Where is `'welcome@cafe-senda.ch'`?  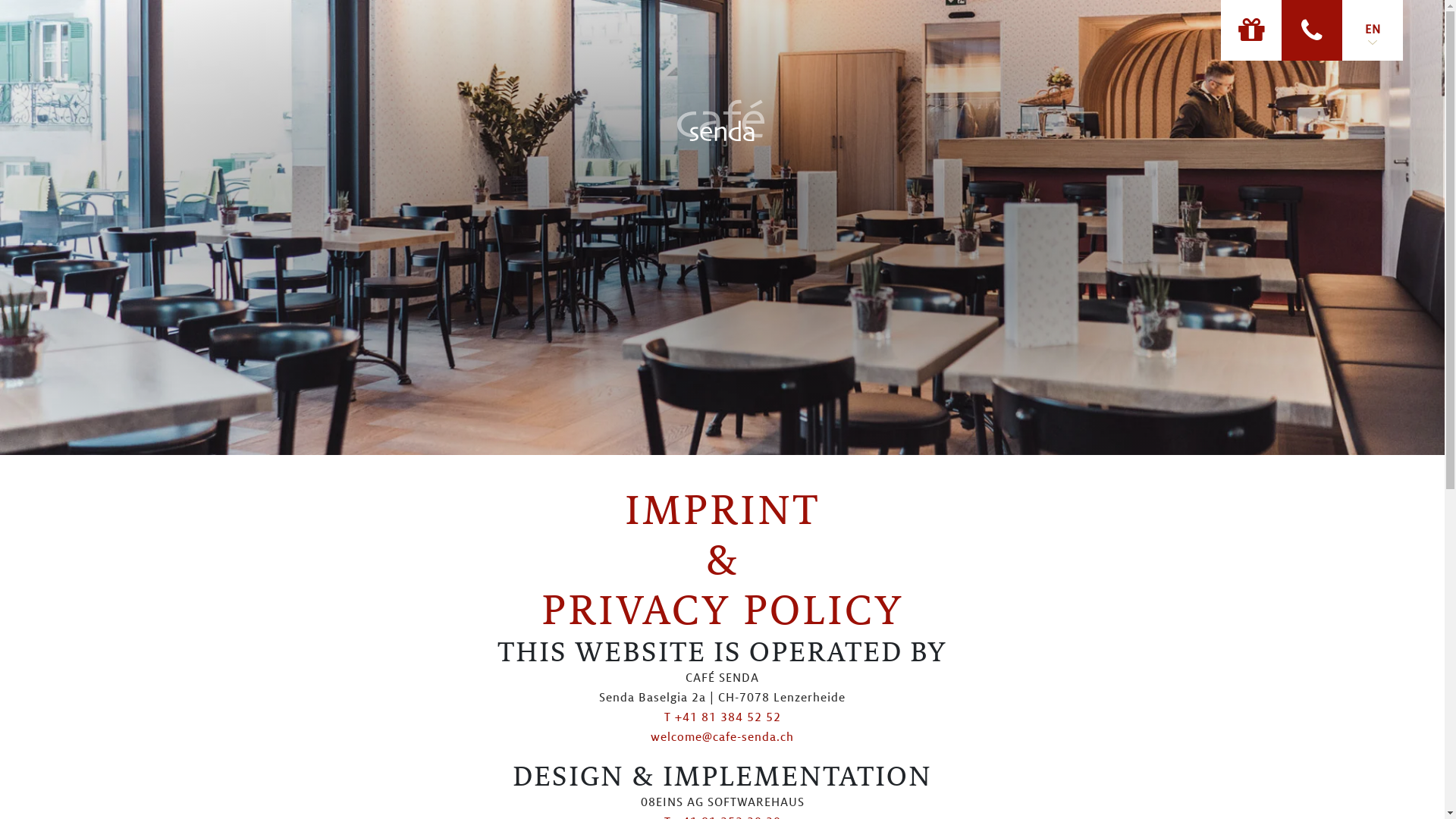
'welcome@cafe-senda.ch' is located at coordinates (721, 736).